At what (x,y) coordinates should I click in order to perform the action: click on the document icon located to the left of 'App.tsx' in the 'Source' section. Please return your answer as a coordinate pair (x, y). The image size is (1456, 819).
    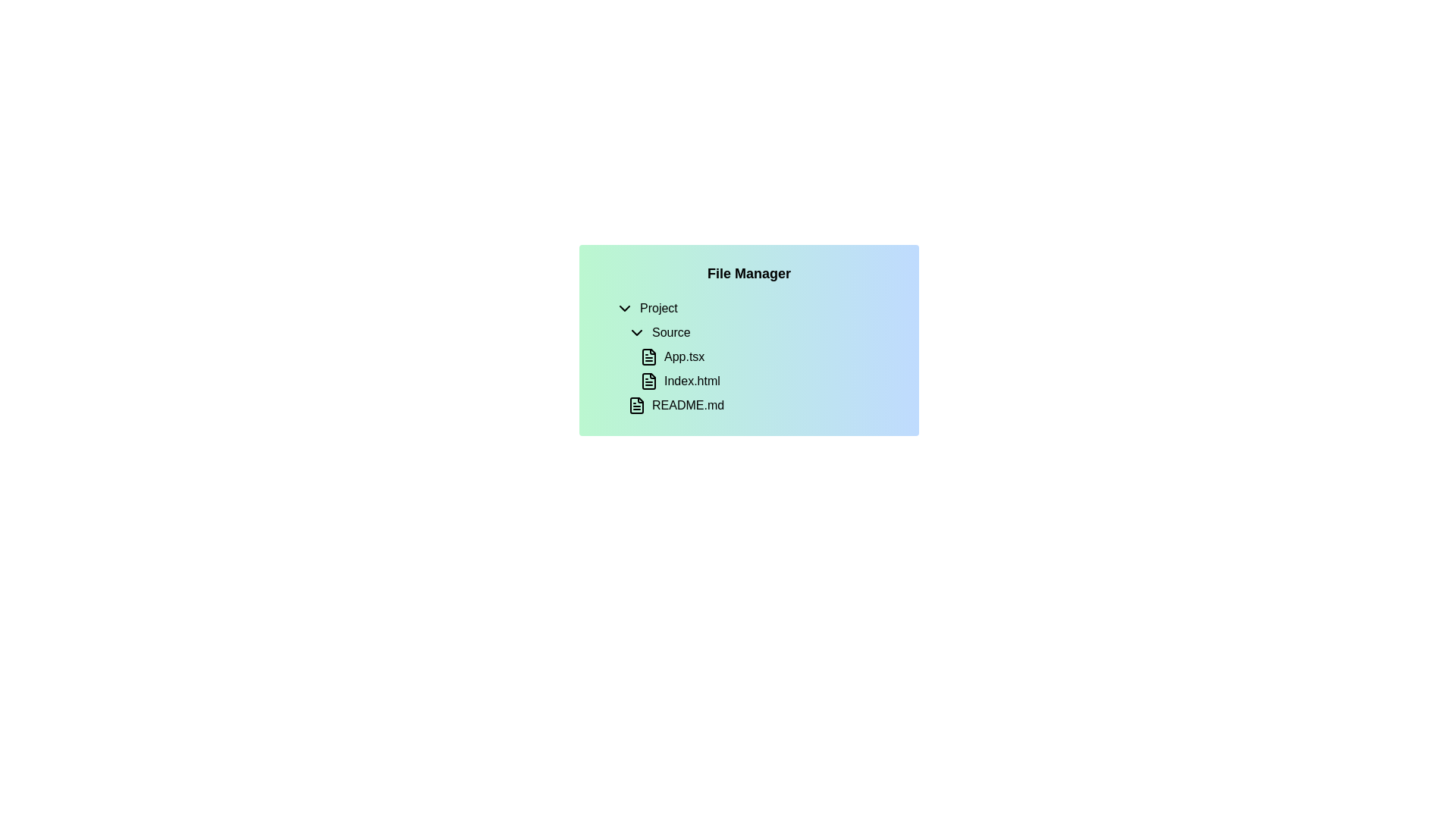
    Looking at the image, I should click on (648, 356).